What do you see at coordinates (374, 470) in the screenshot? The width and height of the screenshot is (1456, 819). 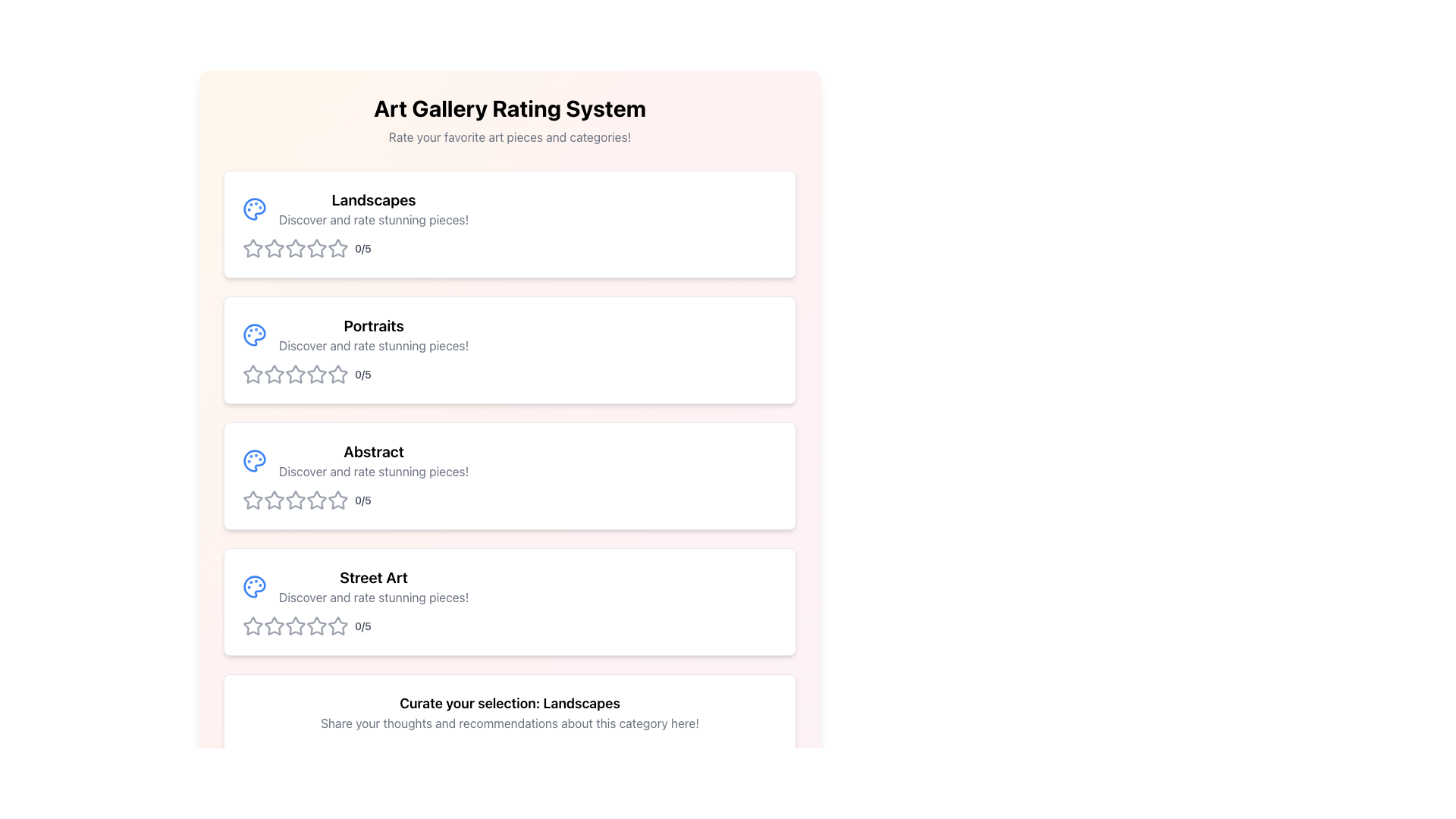 I see `text element displaying 'Discover and rate stunning pieces!' located below the 'Abstract' title in the third card of a vertically stacked list` at bounding box center [374, 470].